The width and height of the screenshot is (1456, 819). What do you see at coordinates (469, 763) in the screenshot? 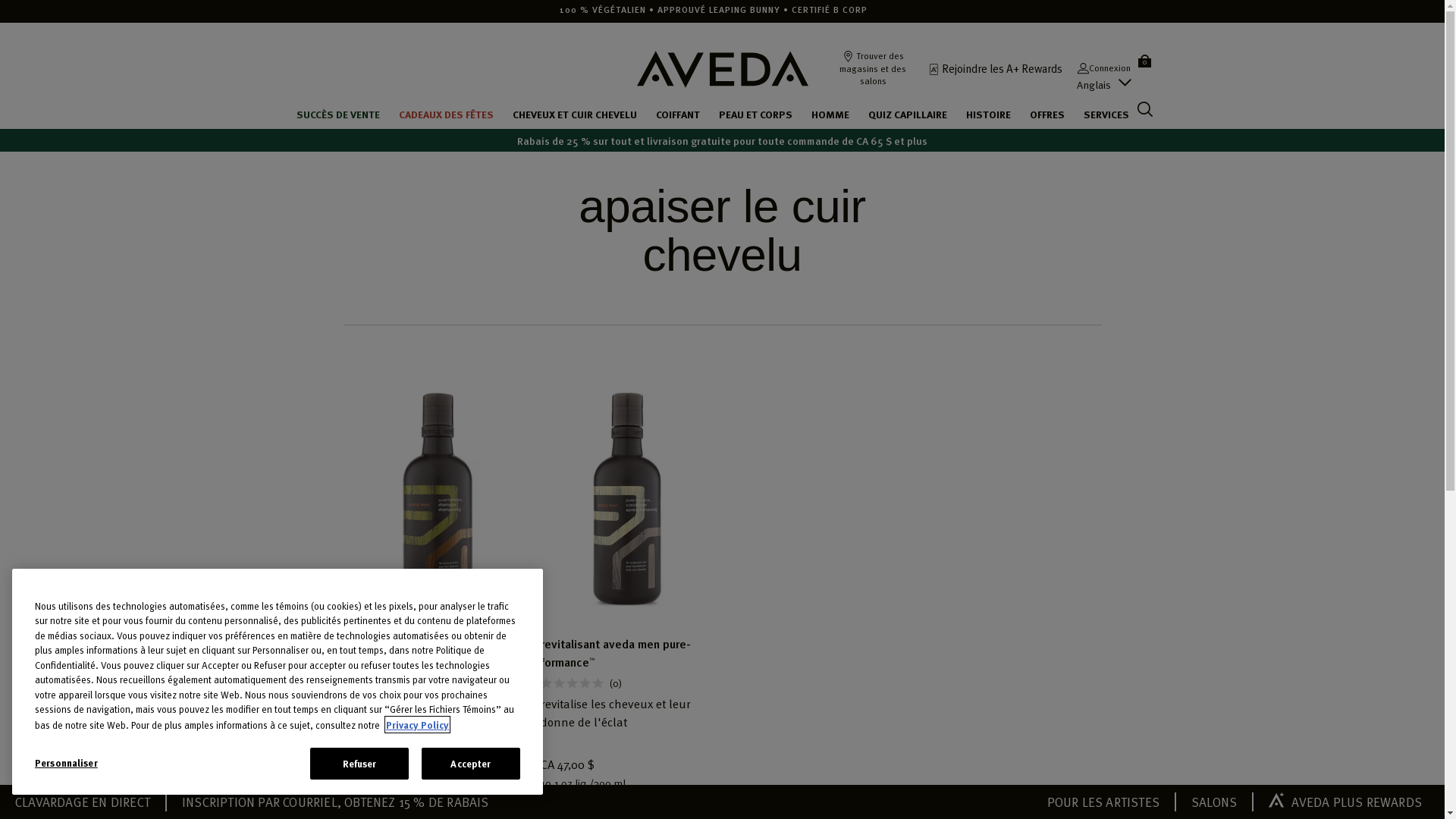
I see `'Accepter'` at bounding box center [469, 763].